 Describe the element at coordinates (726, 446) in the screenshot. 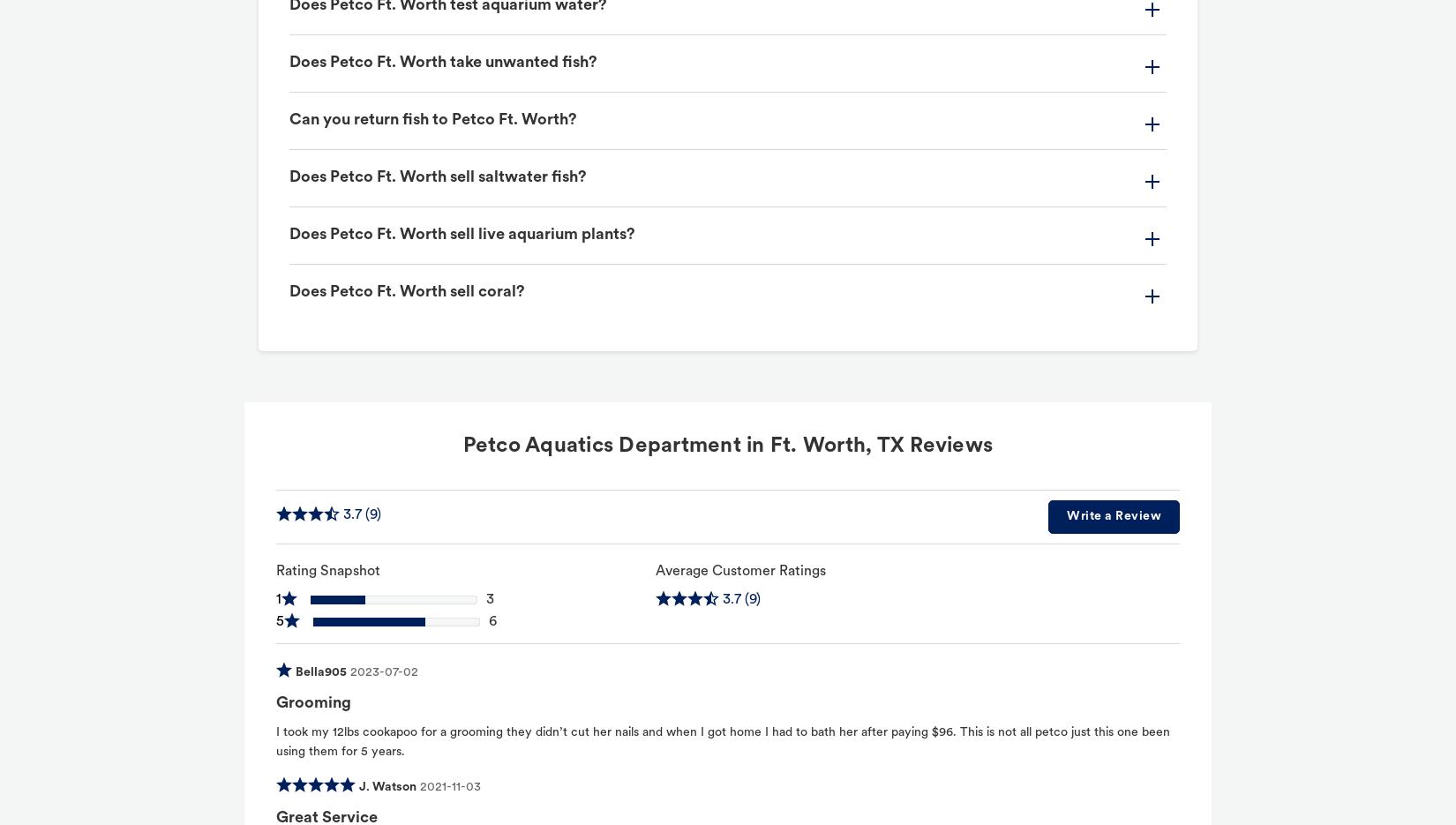

I see `'Petco Aquatics Department in Ft. Worth, TX Reviews'` at that location.